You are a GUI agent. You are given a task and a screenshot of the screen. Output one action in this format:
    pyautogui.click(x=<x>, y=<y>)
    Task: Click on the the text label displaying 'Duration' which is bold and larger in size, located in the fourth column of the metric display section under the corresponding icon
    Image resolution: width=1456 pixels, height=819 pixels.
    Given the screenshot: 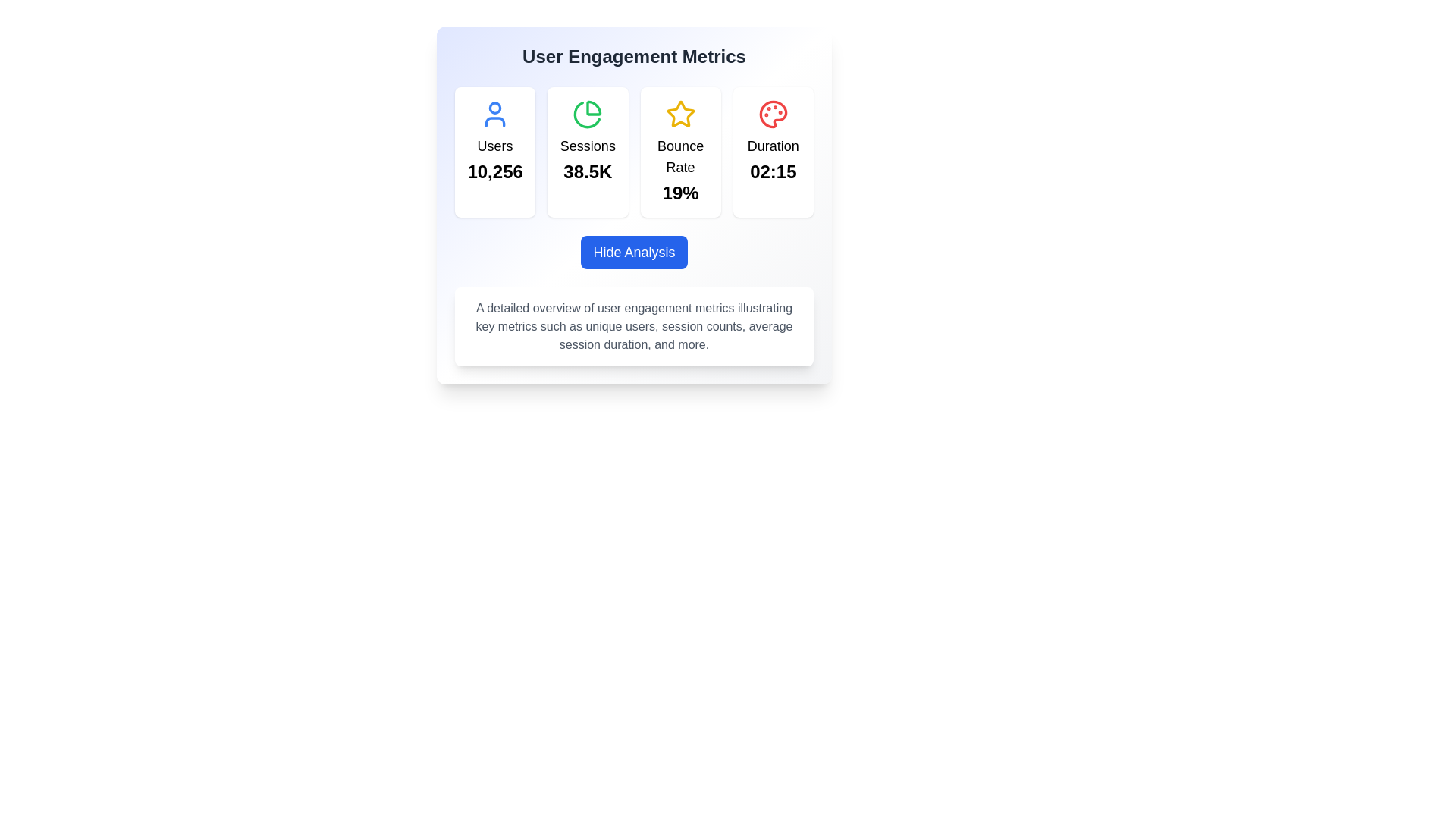 What is the action you would take?
    pyautogui.click(x=773, y=146)
    